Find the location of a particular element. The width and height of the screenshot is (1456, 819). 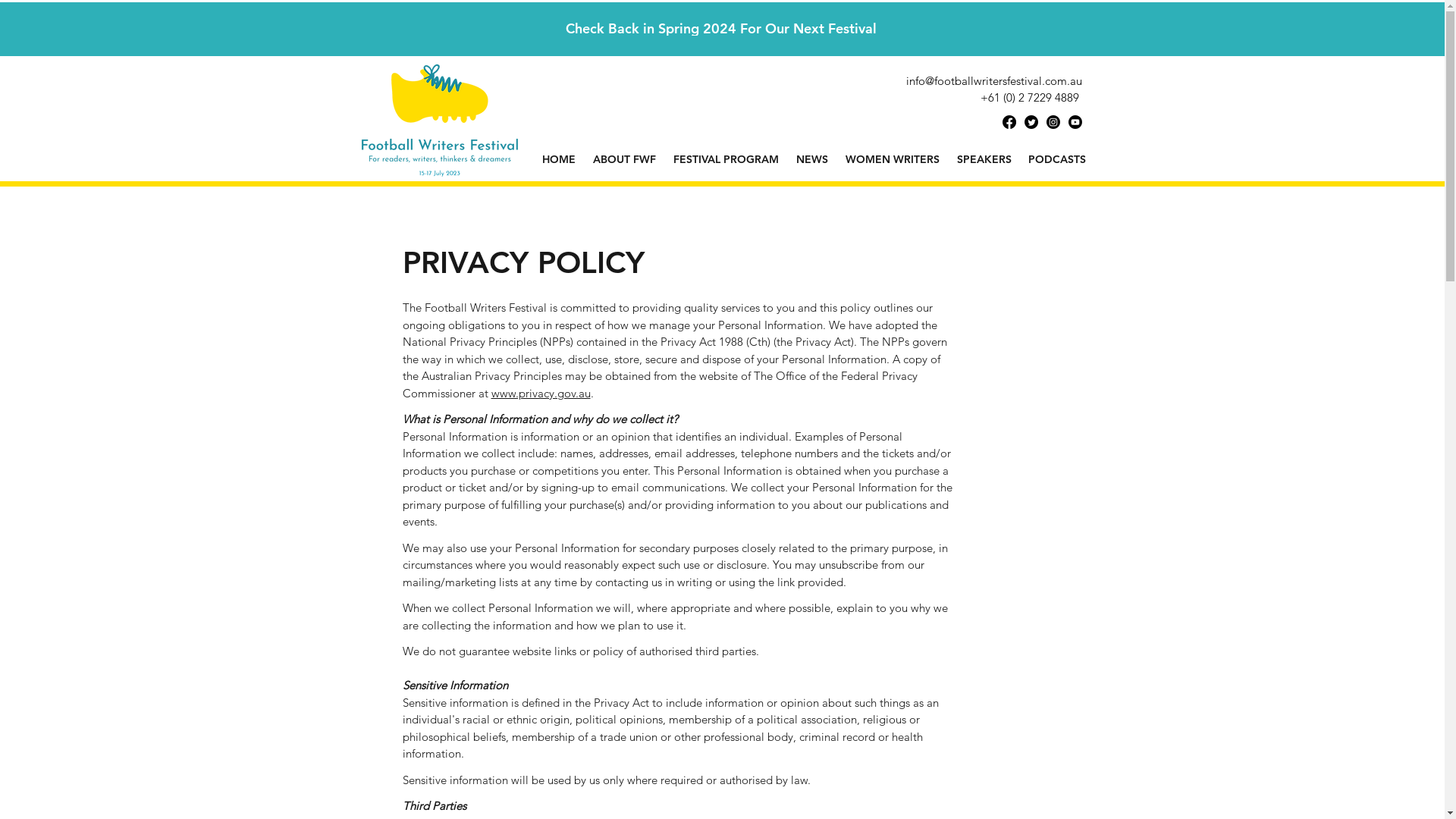

'FESTIVAL PROGRAM' is located at coordinates (724, 158).